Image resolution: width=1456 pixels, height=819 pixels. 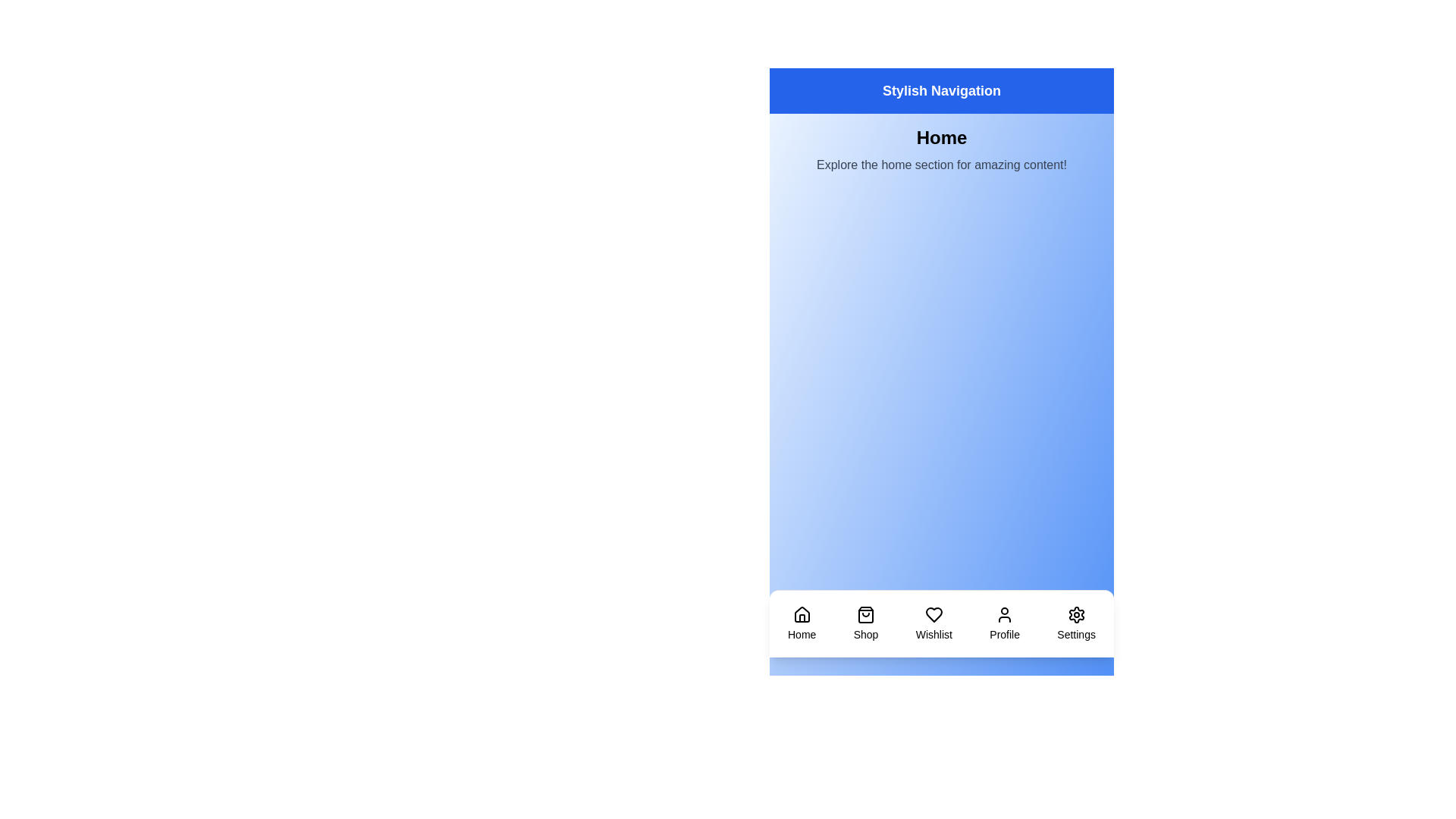 I want to click on the Profile tab in the bottom navigation bar, so click(x=1004, y=623).